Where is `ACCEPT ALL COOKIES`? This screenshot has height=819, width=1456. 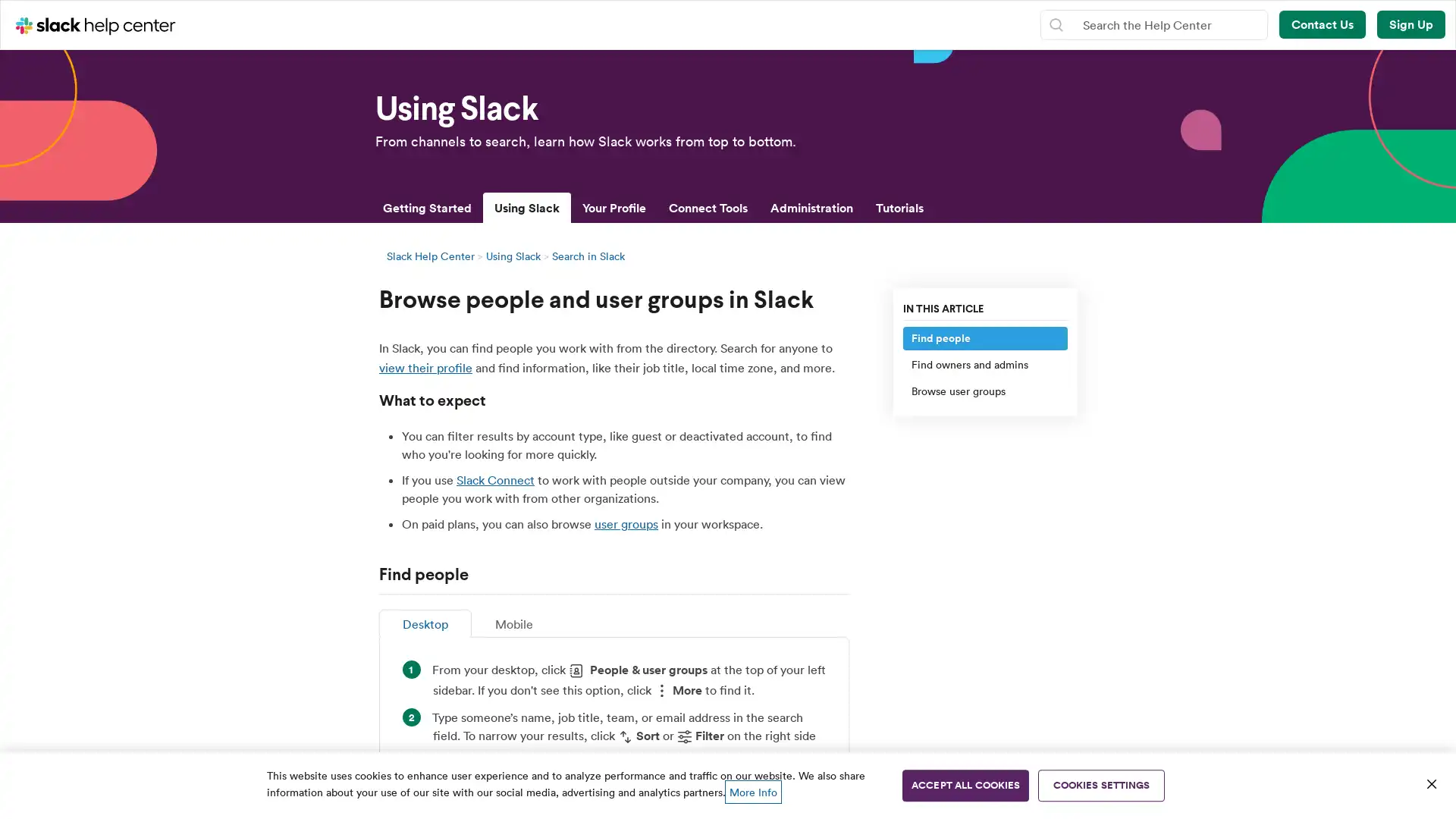 ACCEPT ALL COOKIES is located at coordinates (965, 785).